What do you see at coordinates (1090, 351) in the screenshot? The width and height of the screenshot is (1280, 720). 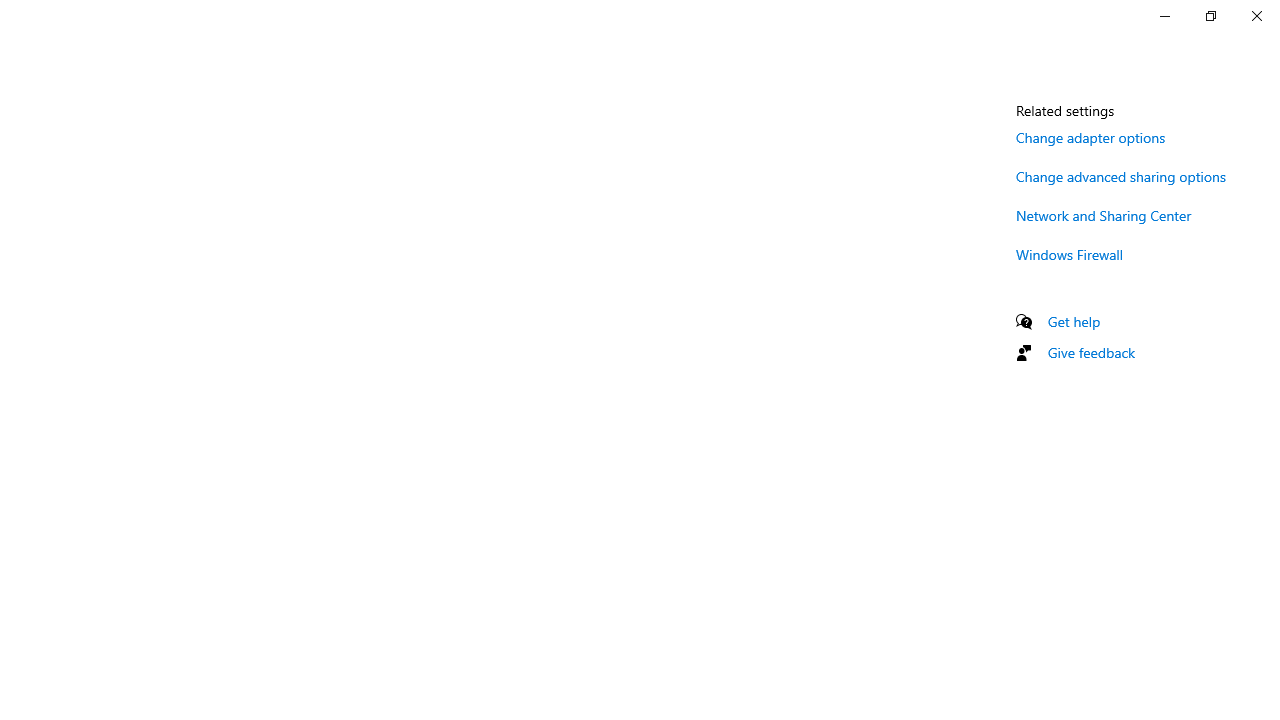 I see `'Give feedback'` at bounding box center [1090, 351].